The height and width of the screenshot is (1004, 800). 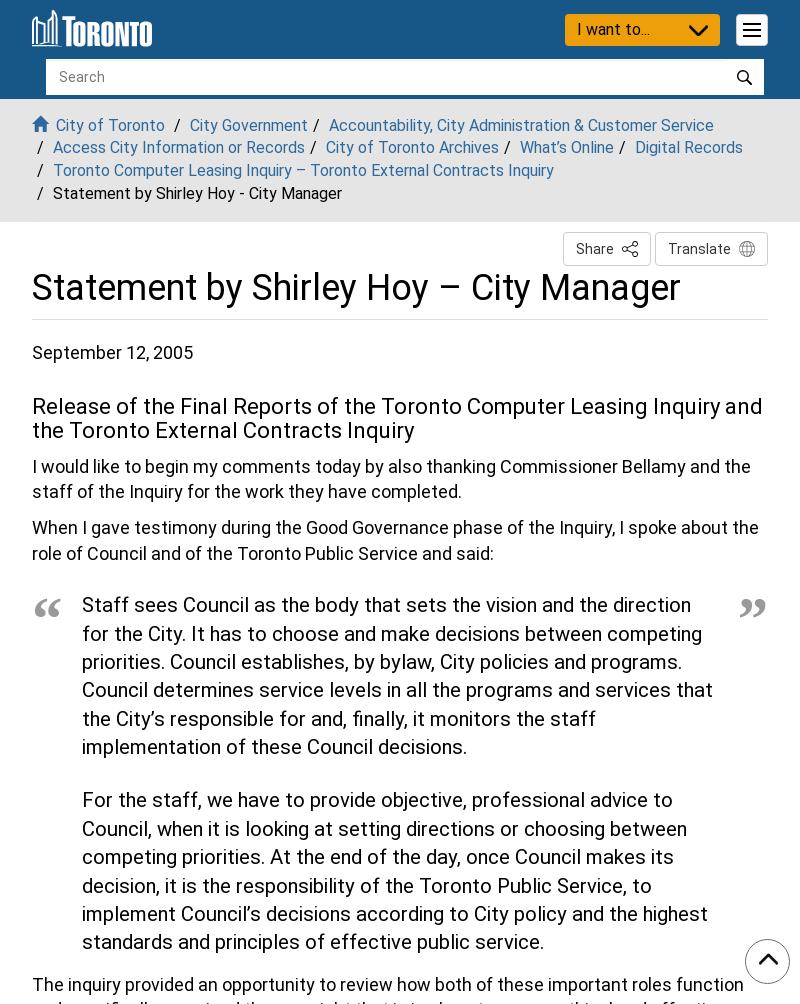 What do you see at coordinates (649, 245) in the screenshot?
I see `'This Page'` at bounding box center [649, 245].